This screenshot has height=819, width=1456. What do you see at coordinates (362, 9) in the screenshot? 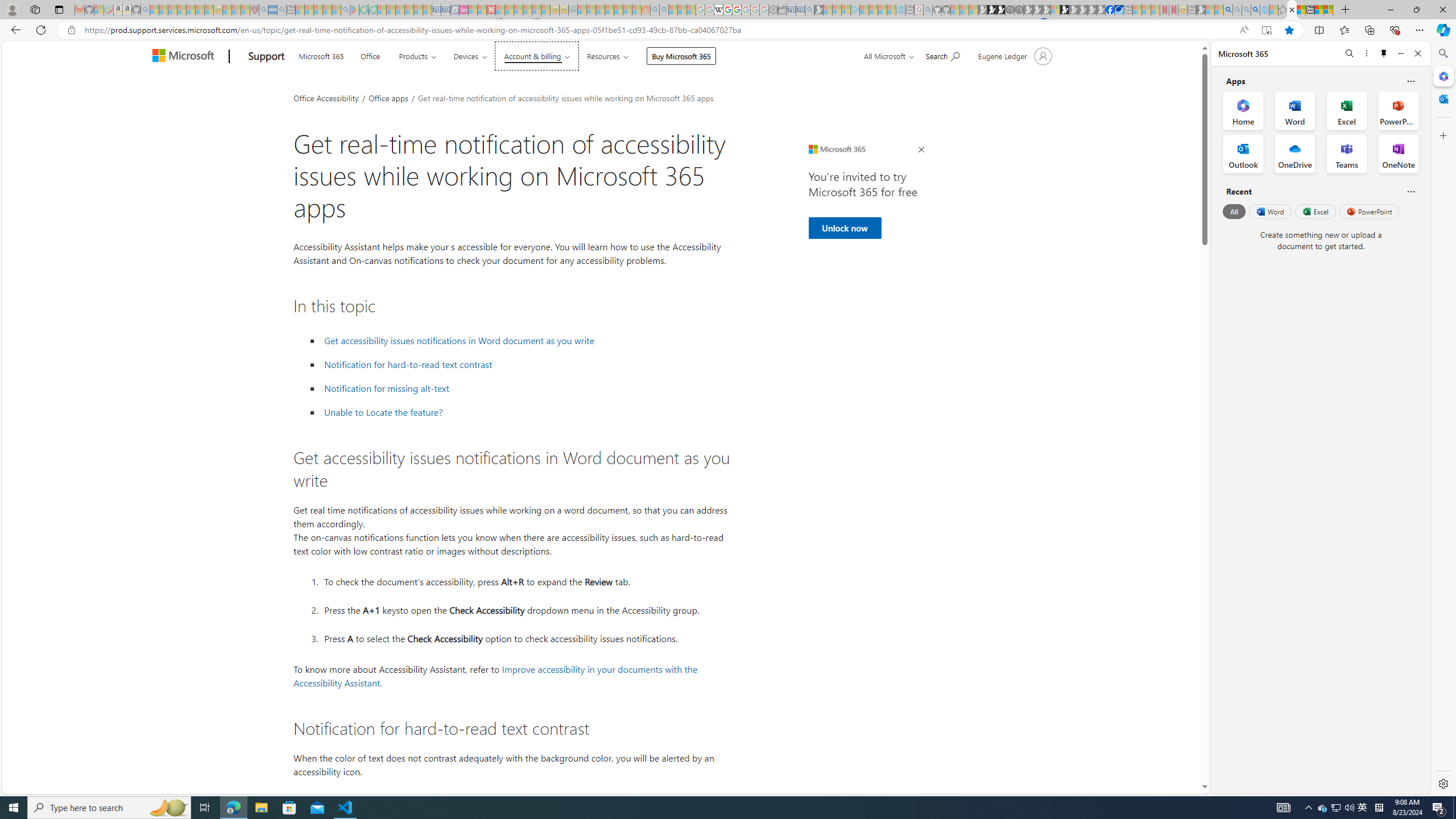
I see `'Terms of Use Agreement - Sleeping'` at bounding box center [362, 9].